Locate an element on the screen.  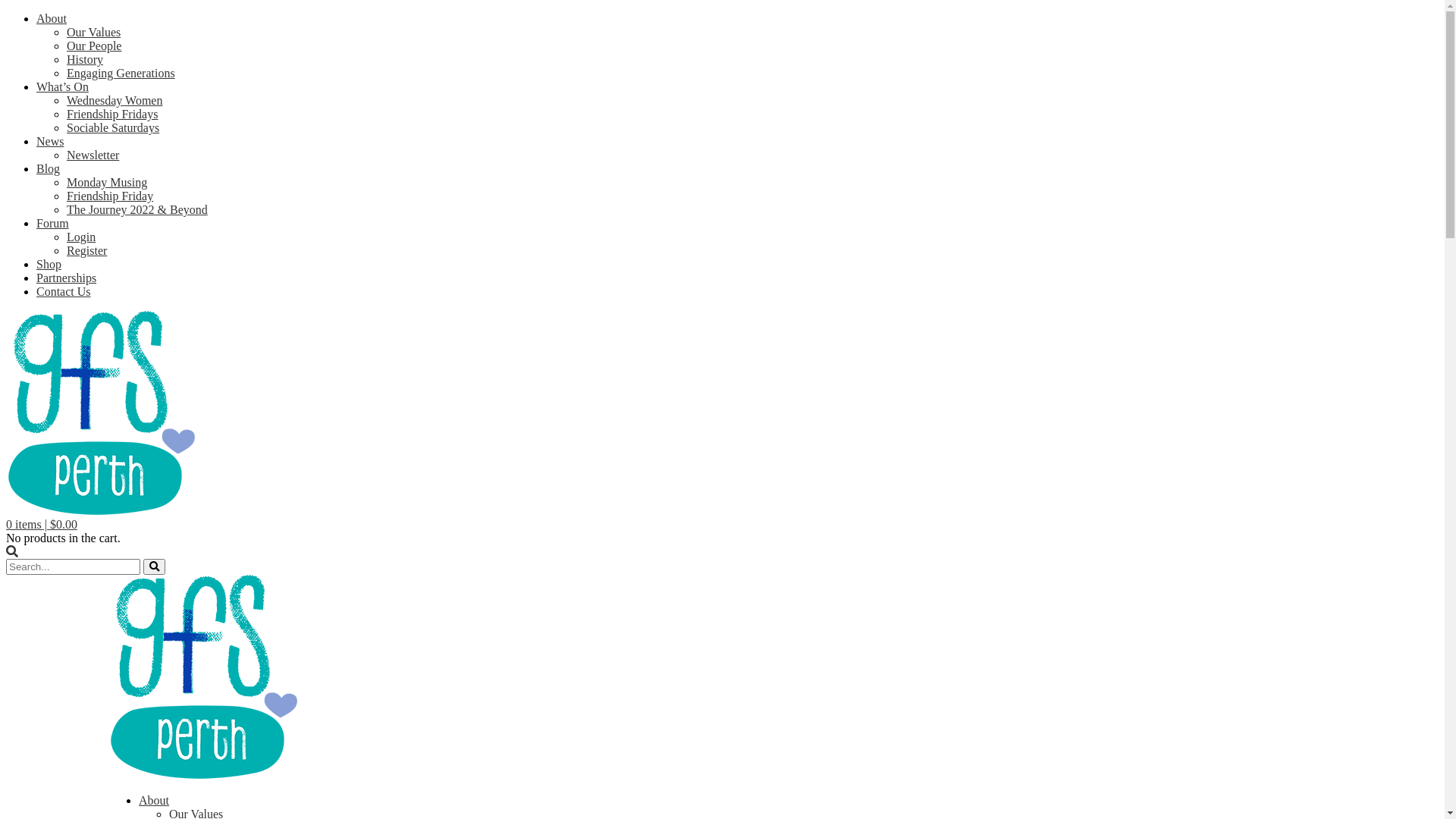
'Blog' is located at coordinates (36, 168).